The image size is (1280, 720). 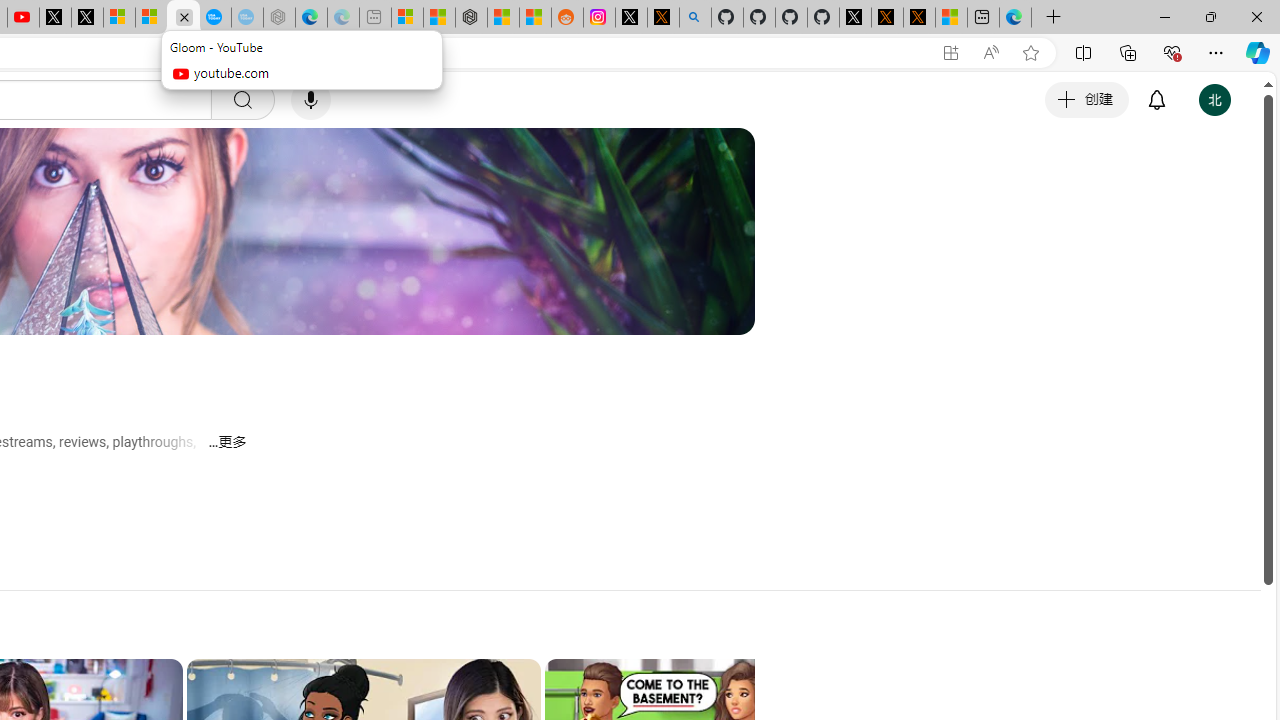 What do you see at coordinates (1031, 52) in the screenshot?
I see `'Add this page to favorites (Ctrl+D)'` at bounding box center [1031, 52].